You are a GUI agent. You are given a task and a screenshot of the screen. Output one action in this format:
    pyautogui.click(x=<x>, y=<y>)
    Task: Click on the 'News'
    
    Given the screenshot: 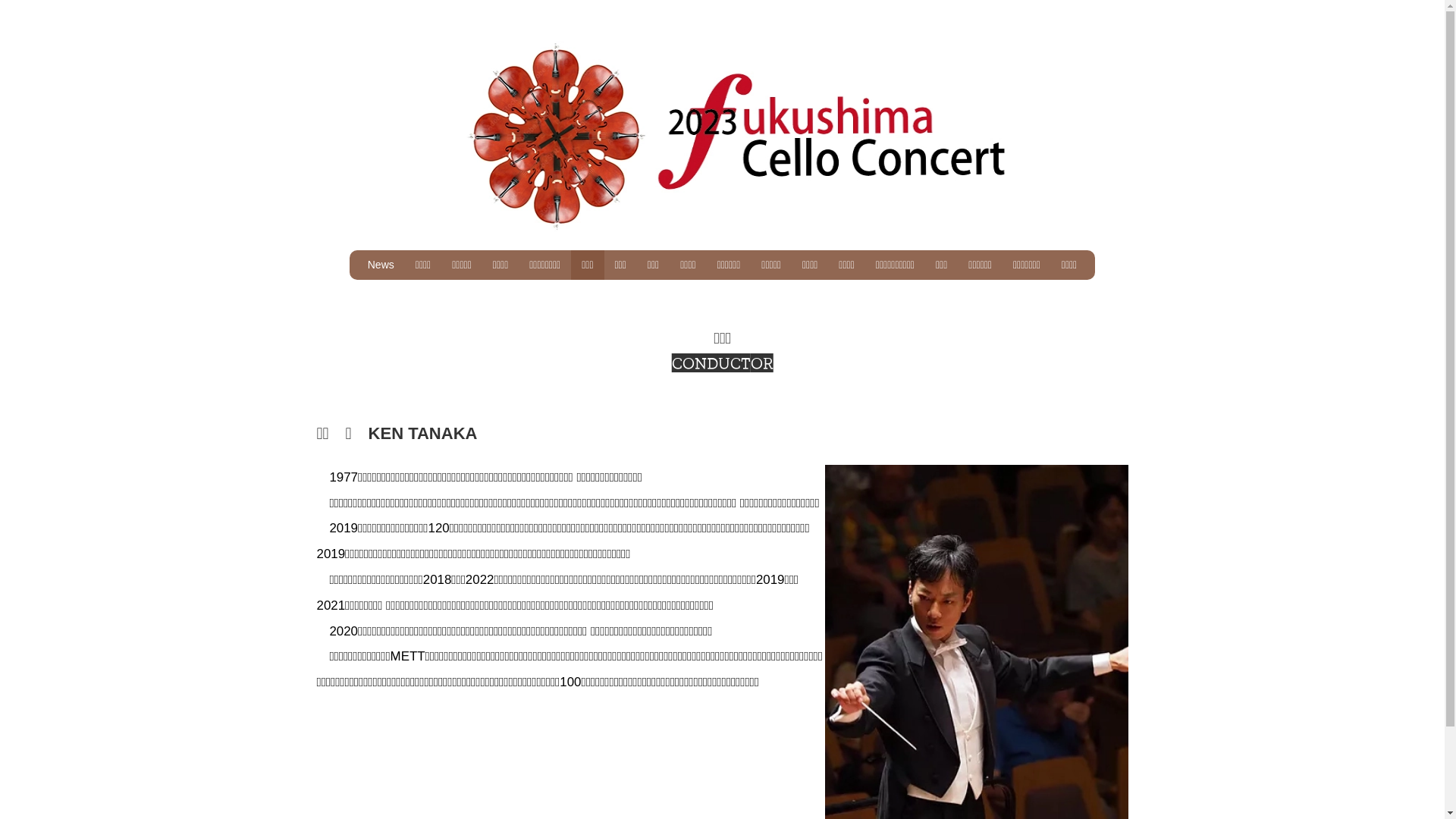 What is the action you would take?
    pyautogui.click(x=356, y=264)
    